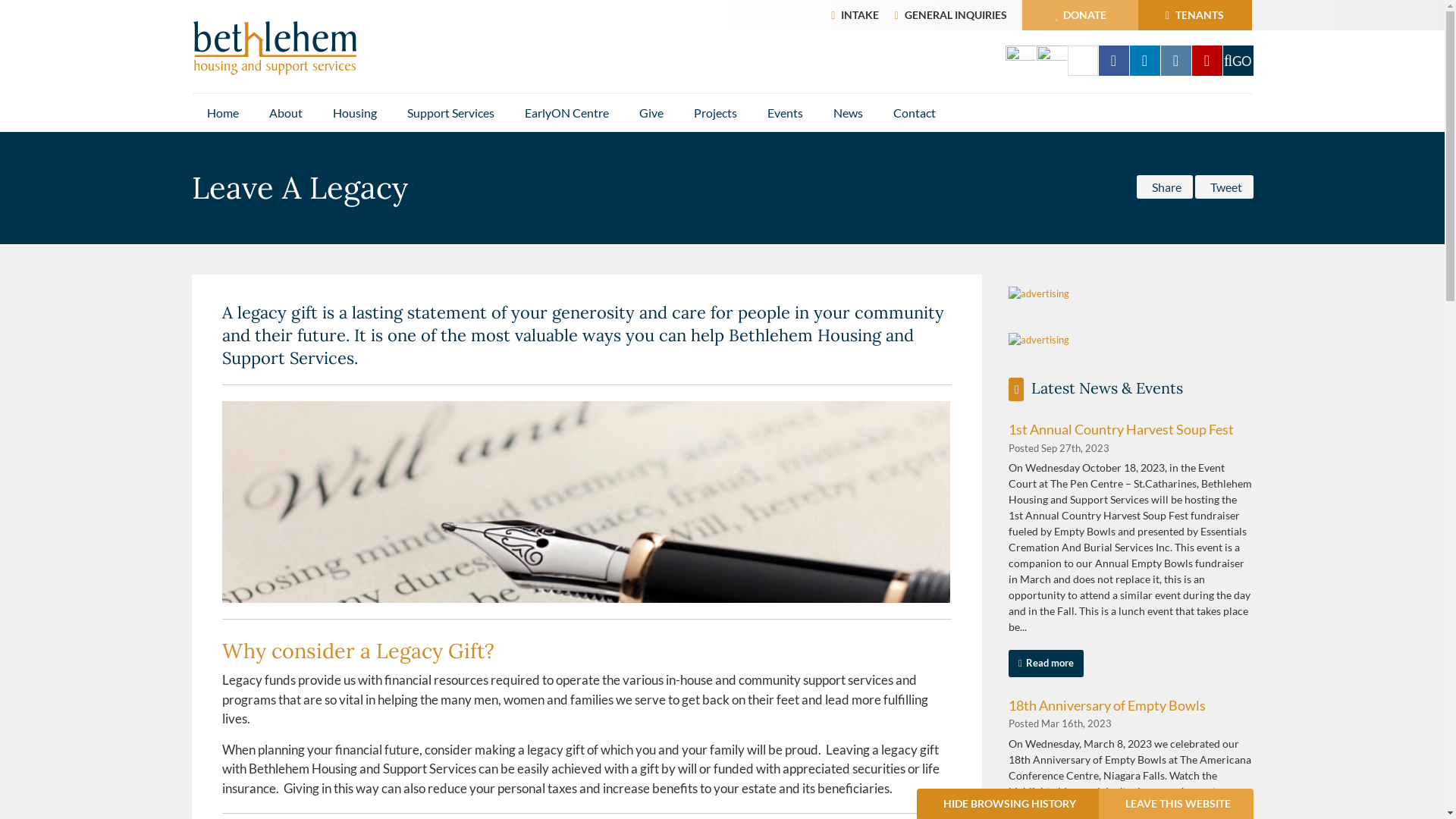 Image resolution: width=1456 pixels, height=819 pixels. I want to click on 'Twitter', so click(1066, 60).